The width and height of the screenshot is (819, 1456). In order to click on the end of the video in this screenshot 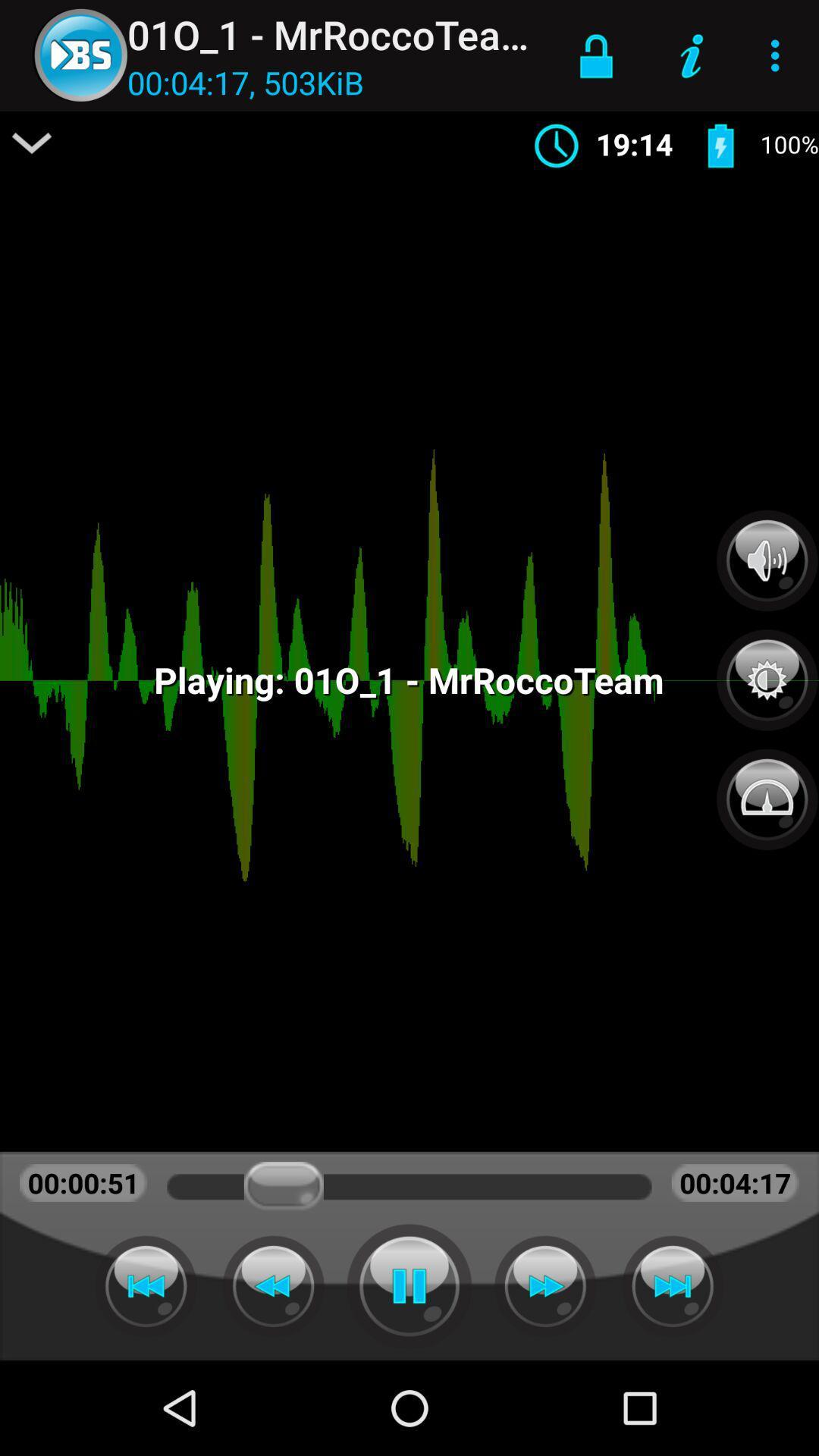, I will do `click(672, 1285)`.